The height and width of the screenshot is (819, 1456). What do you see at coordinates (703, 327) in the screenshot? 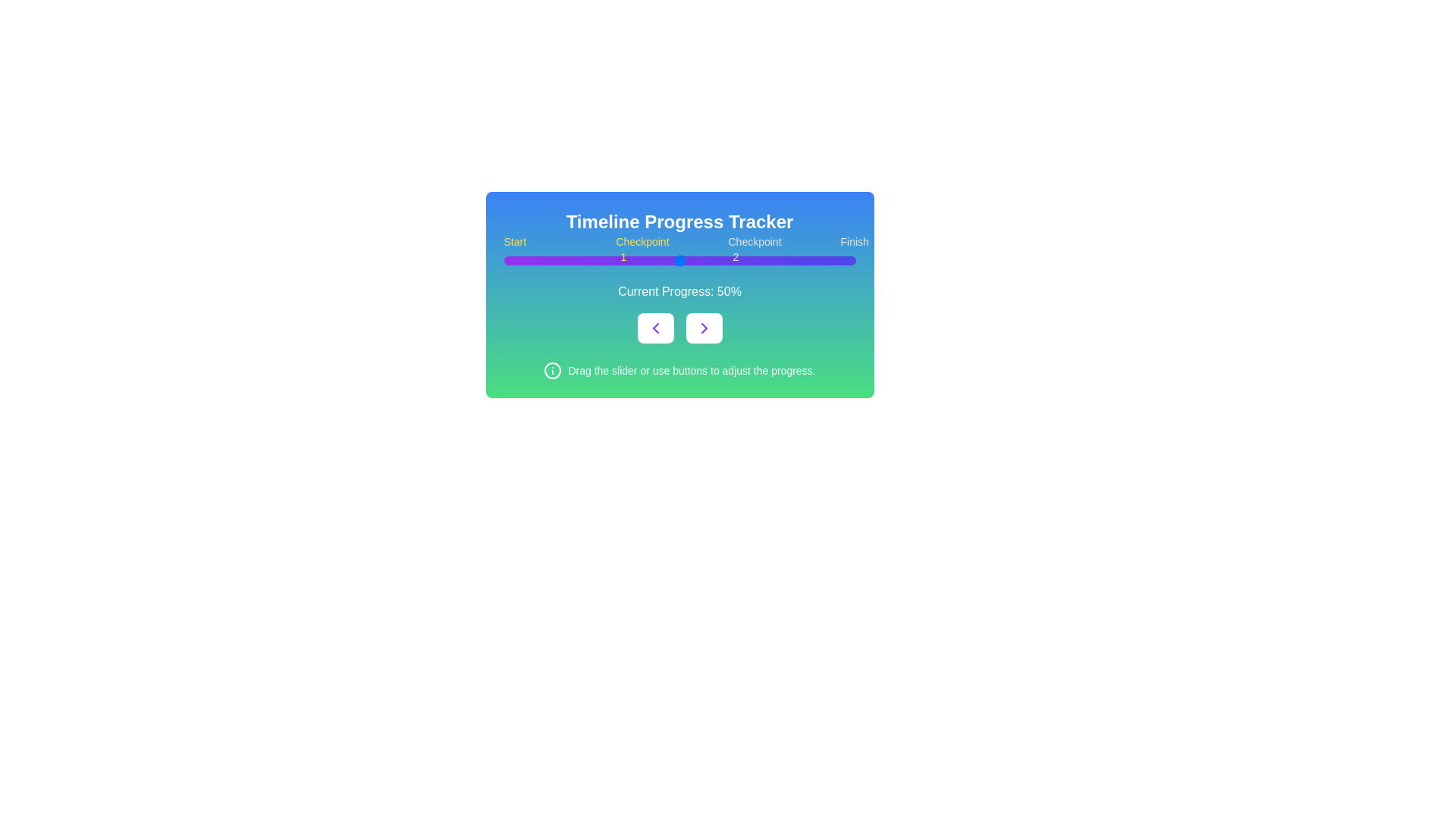
I see `the right-facing chevron arrow icon within the button located at the center of the rightmost button underneath the progress bar` at bounding box center [703, 327].